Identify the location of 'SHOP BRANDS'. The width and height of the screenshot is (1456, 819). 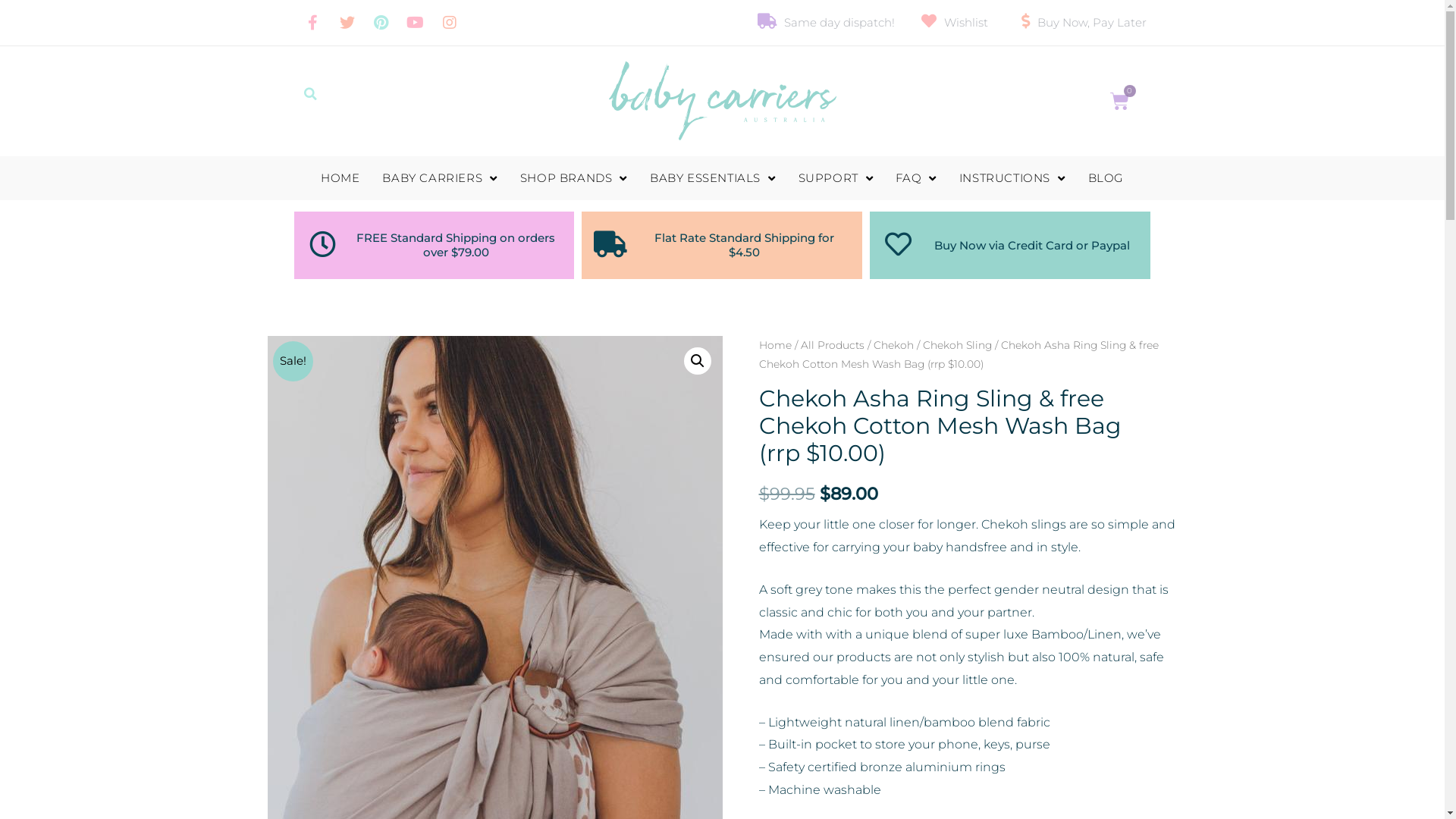
(573, 177).